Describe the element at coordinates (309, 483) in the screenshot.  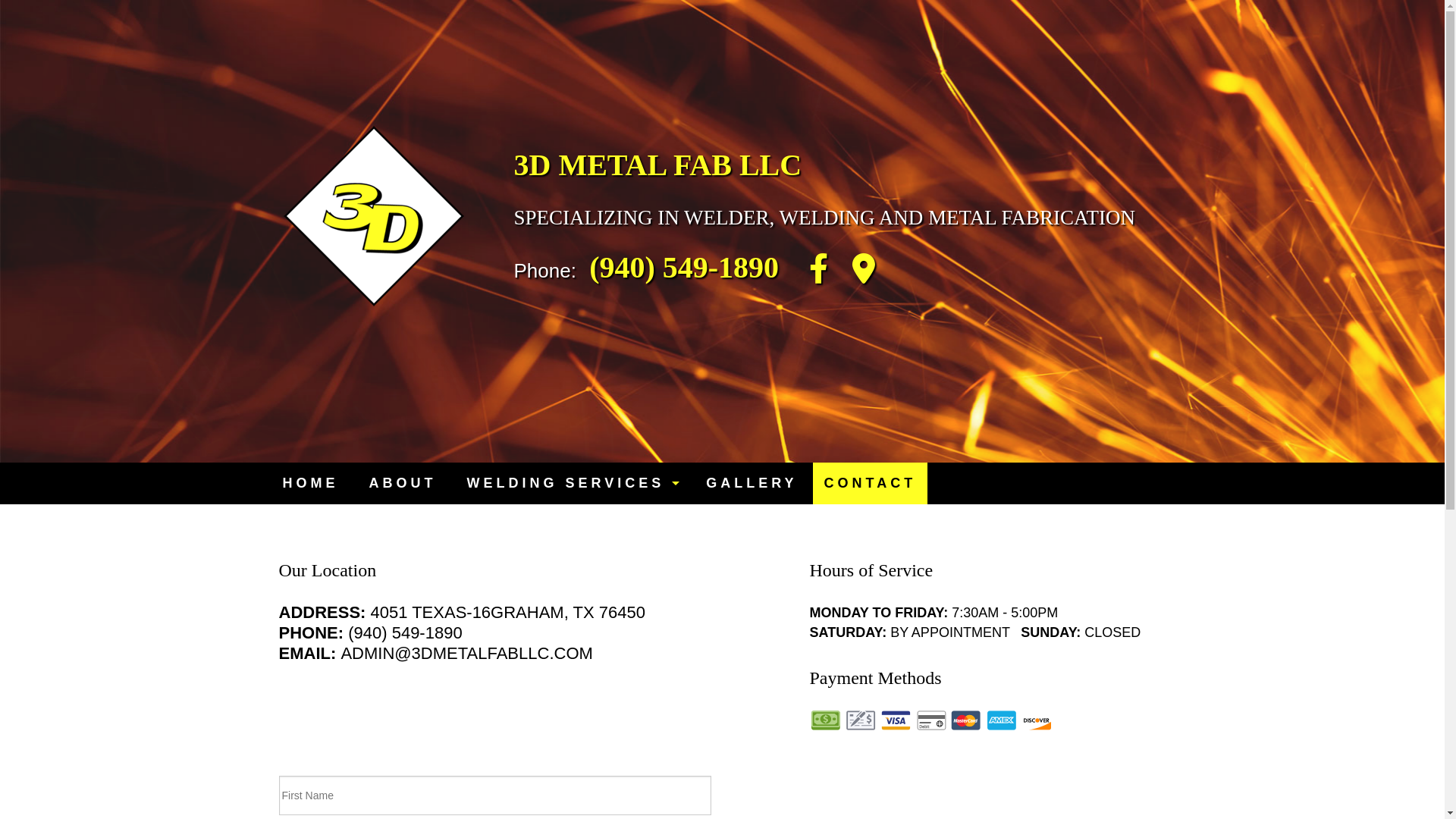
I see `'HOME'` at that location.